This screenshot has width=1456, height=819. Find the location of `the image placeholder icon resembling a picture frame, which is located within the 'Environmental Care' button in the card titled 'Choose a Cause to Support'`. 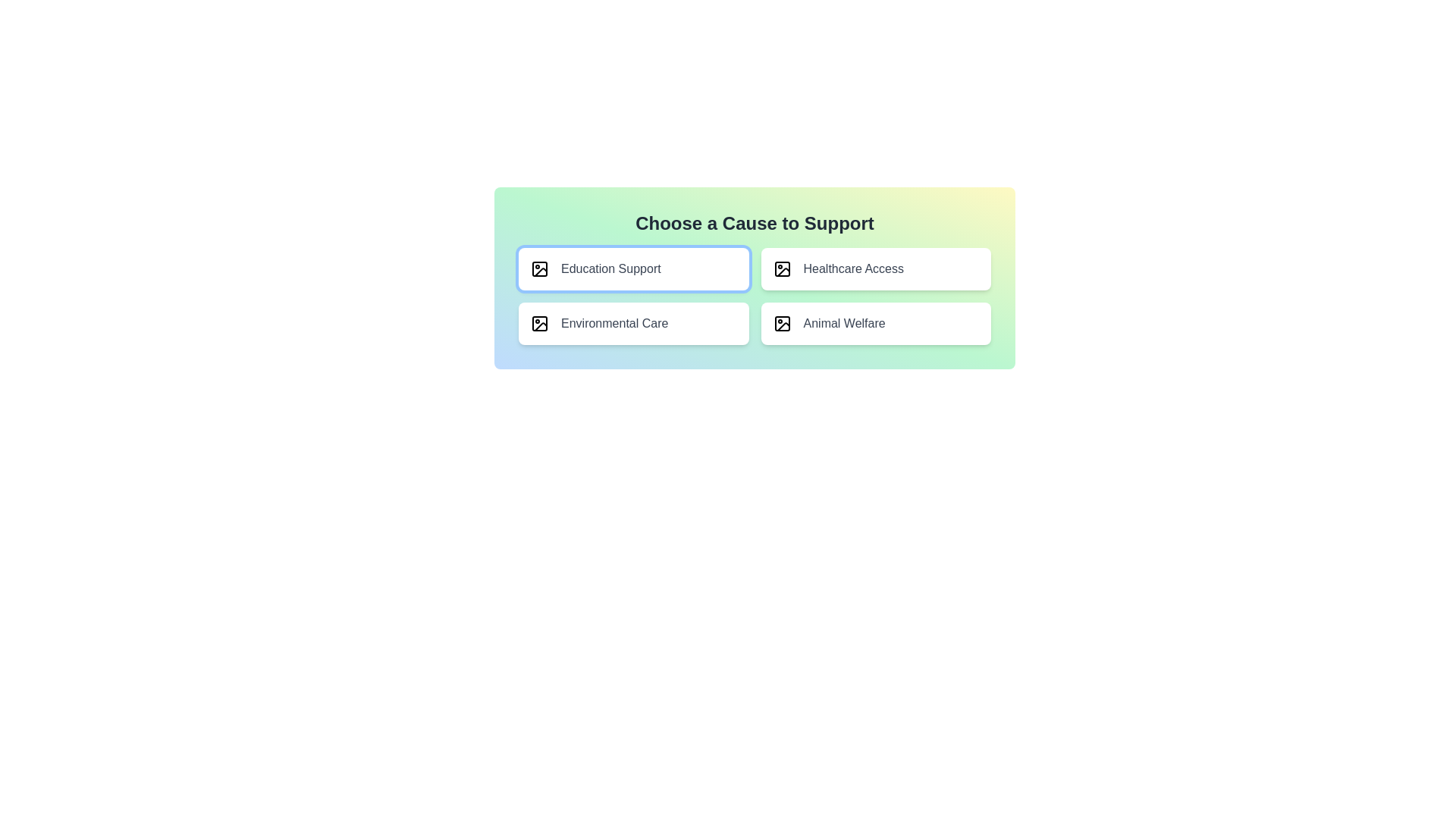

the image placeholder icon resembling a picture frame, which is located within the 'Environmental Care' button in the card titled 'Choose a Cause to Support' is located at coordinates (539, 323).